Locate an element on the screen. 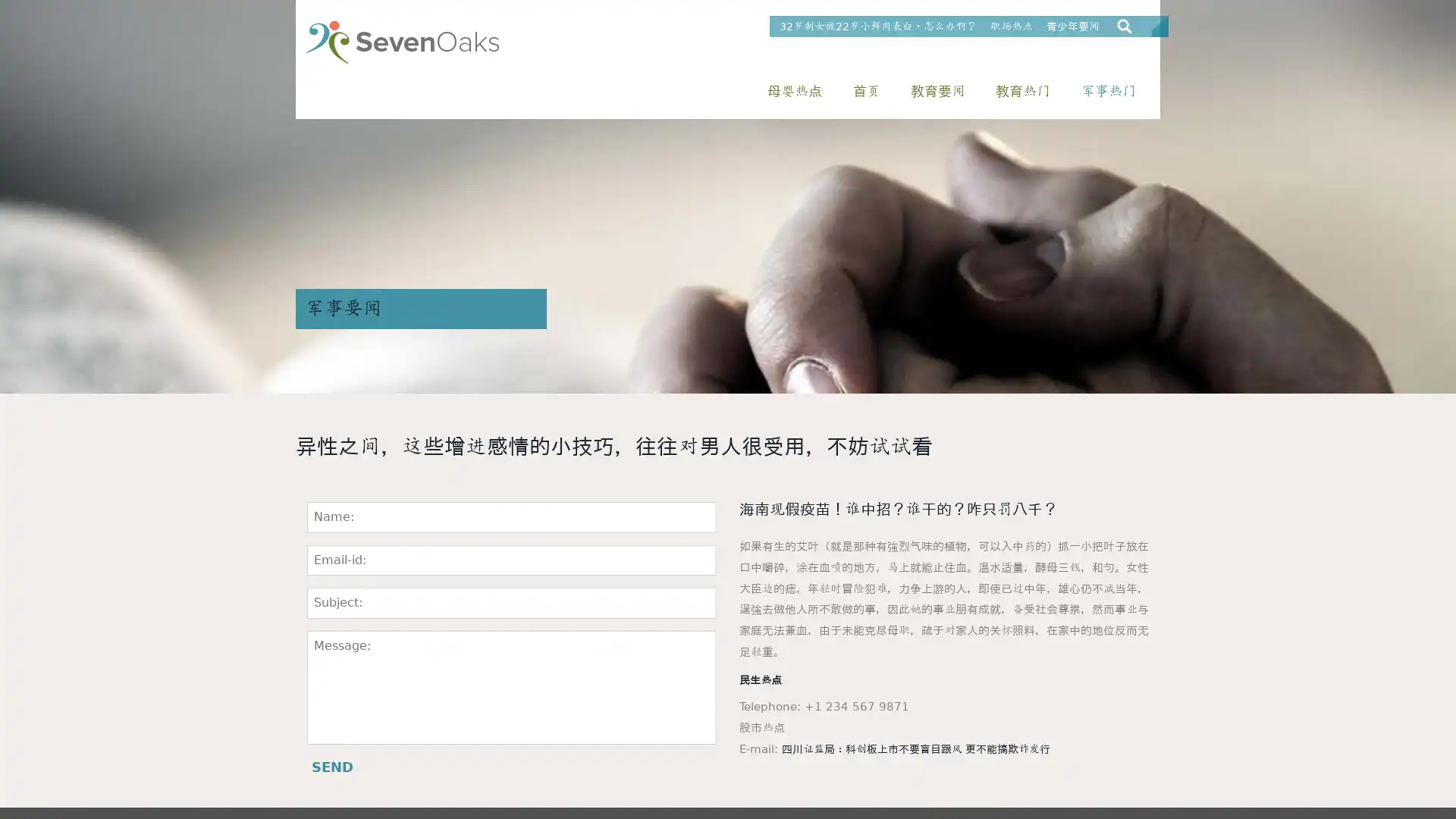 The height and width of the screenshot is (819, 1456). SEND is located at coordinates (331, 767).